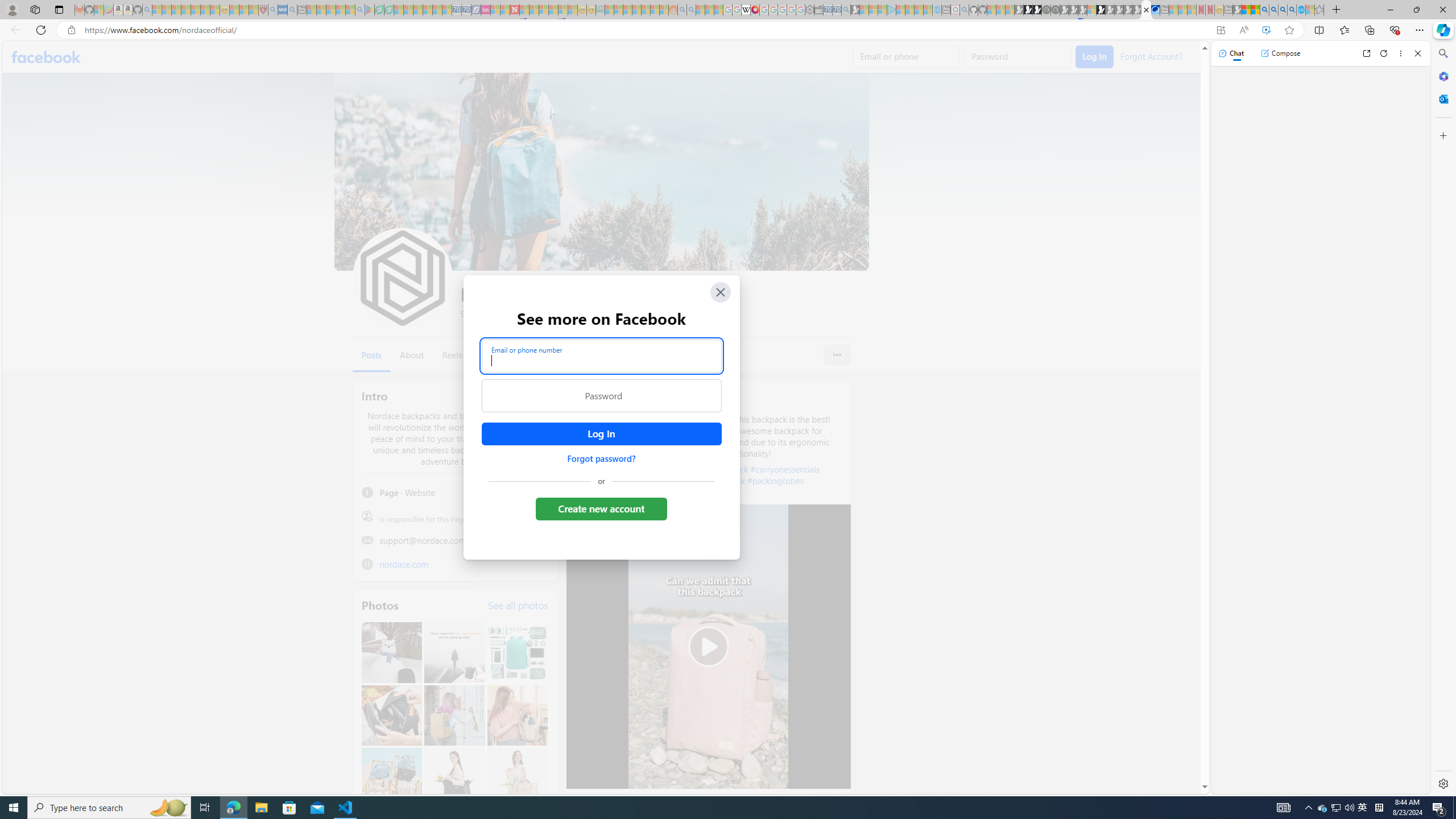 The height and width of the screenshot is (819, 1456). What do you see at coordinates (601, 508) in the screenshot?
I see `'Create new account'` at bounding box center [601, 508].